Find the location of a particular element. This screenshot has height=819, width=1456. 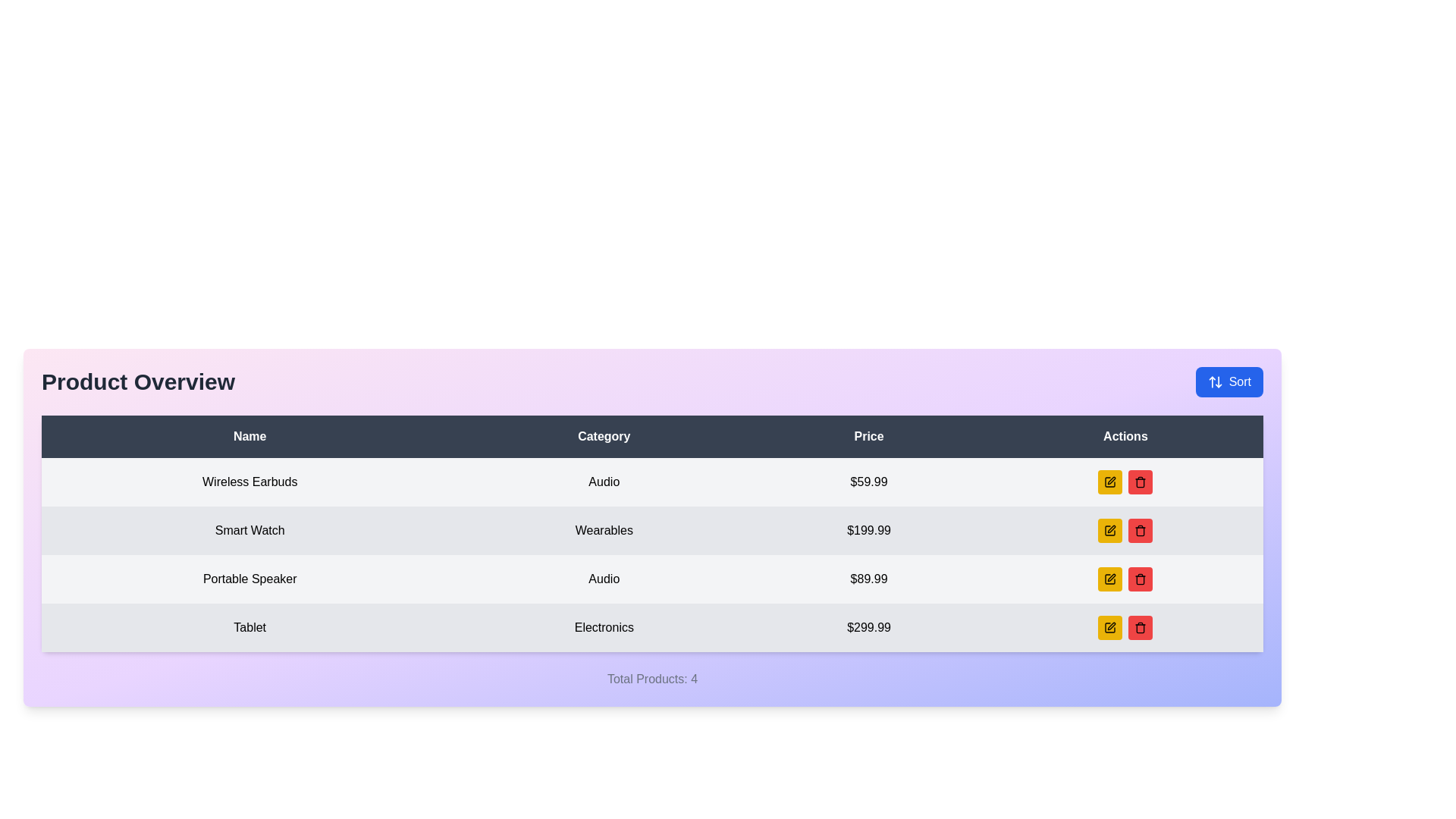

the stylized SVG icon located in the 'Actions' column, which is aligned with the third row labeled 'Portable Speaker' on the right side of the interface is located at coordinates (1110, 579).